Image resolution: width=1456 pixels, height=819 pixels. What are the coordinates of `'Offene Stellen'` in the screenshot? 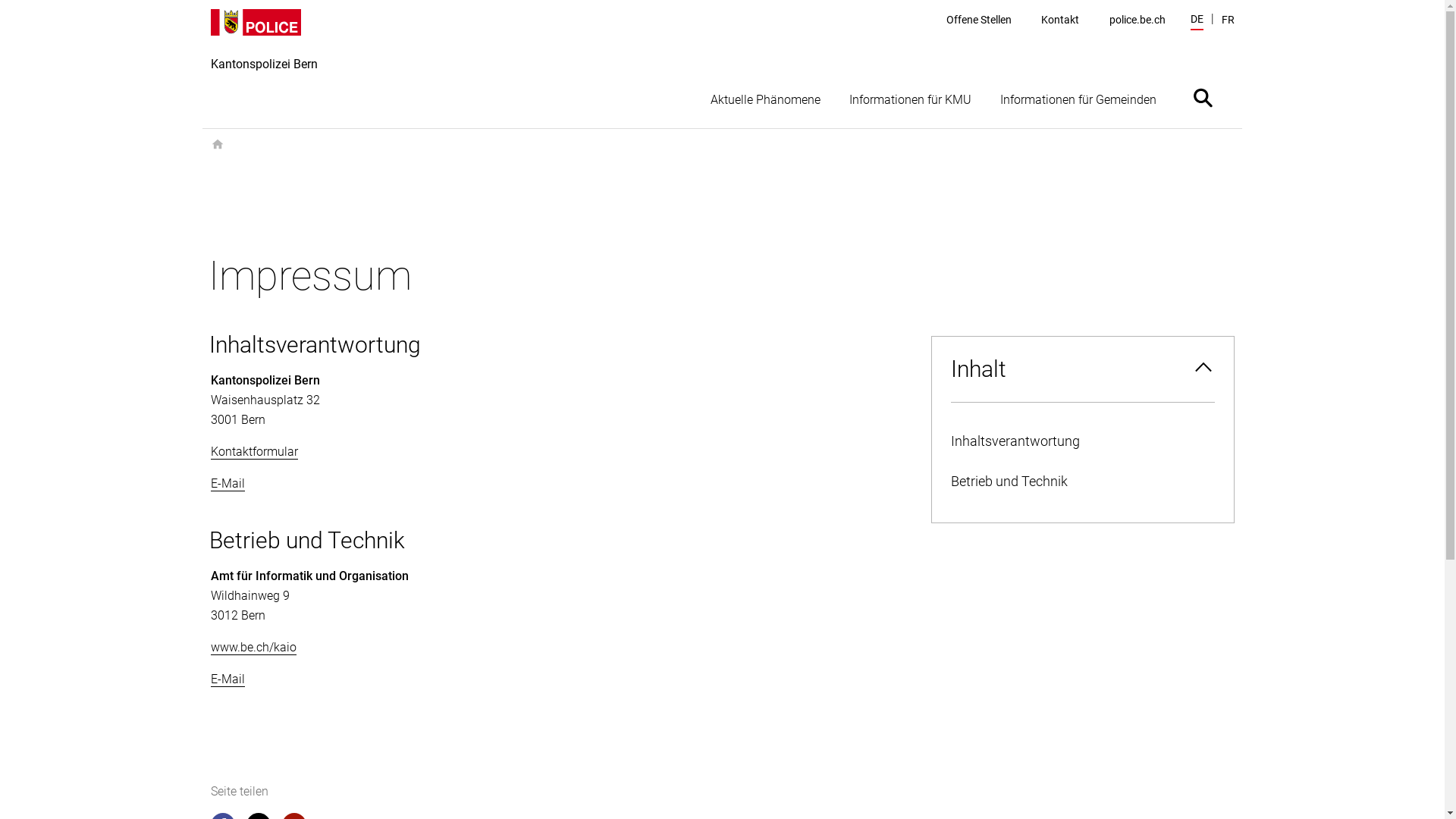 It's located at (979, 20).